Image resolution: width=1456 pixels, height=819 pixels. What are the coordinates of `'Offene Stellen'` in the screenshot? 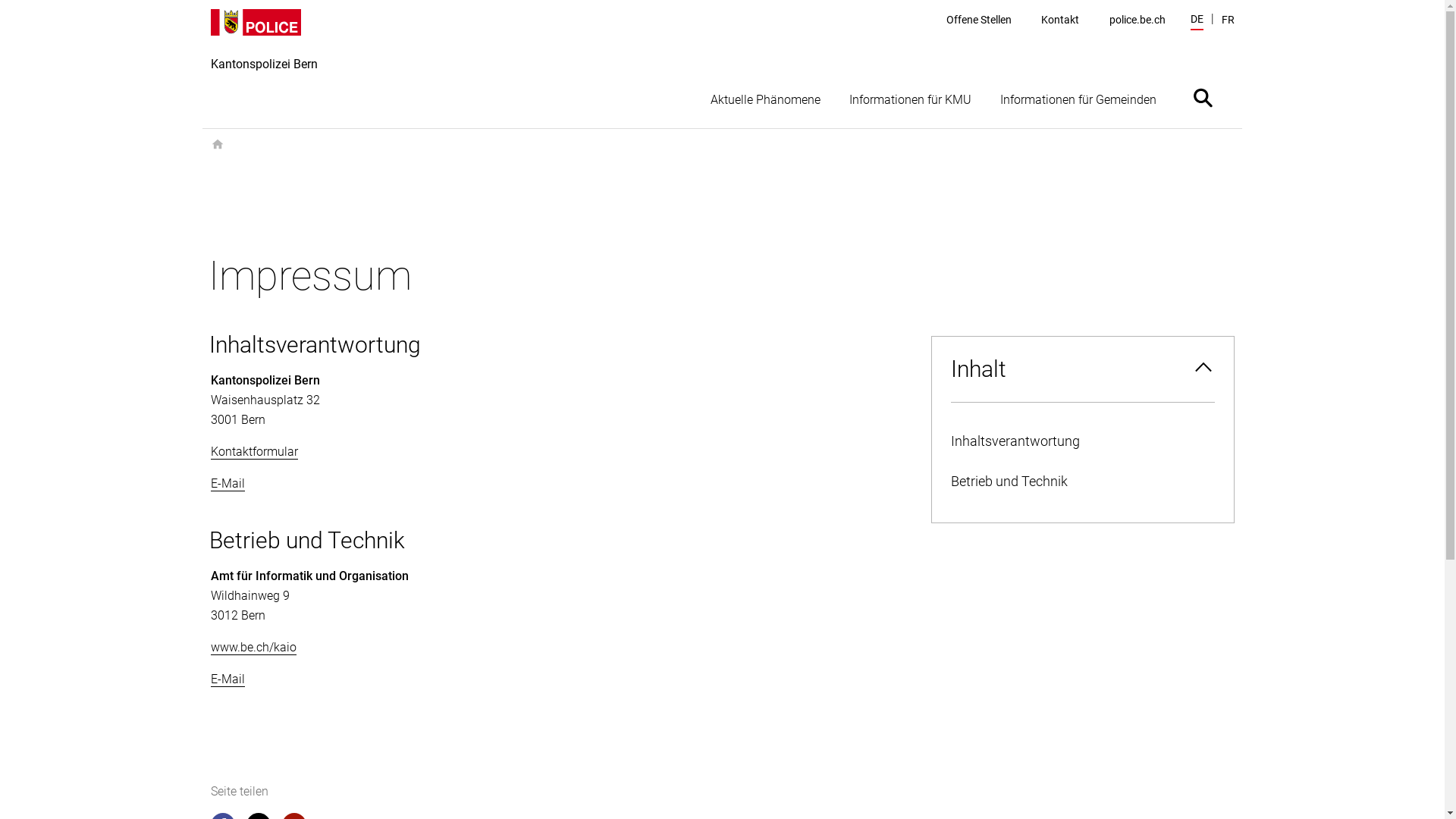 It's located at (979, 20).